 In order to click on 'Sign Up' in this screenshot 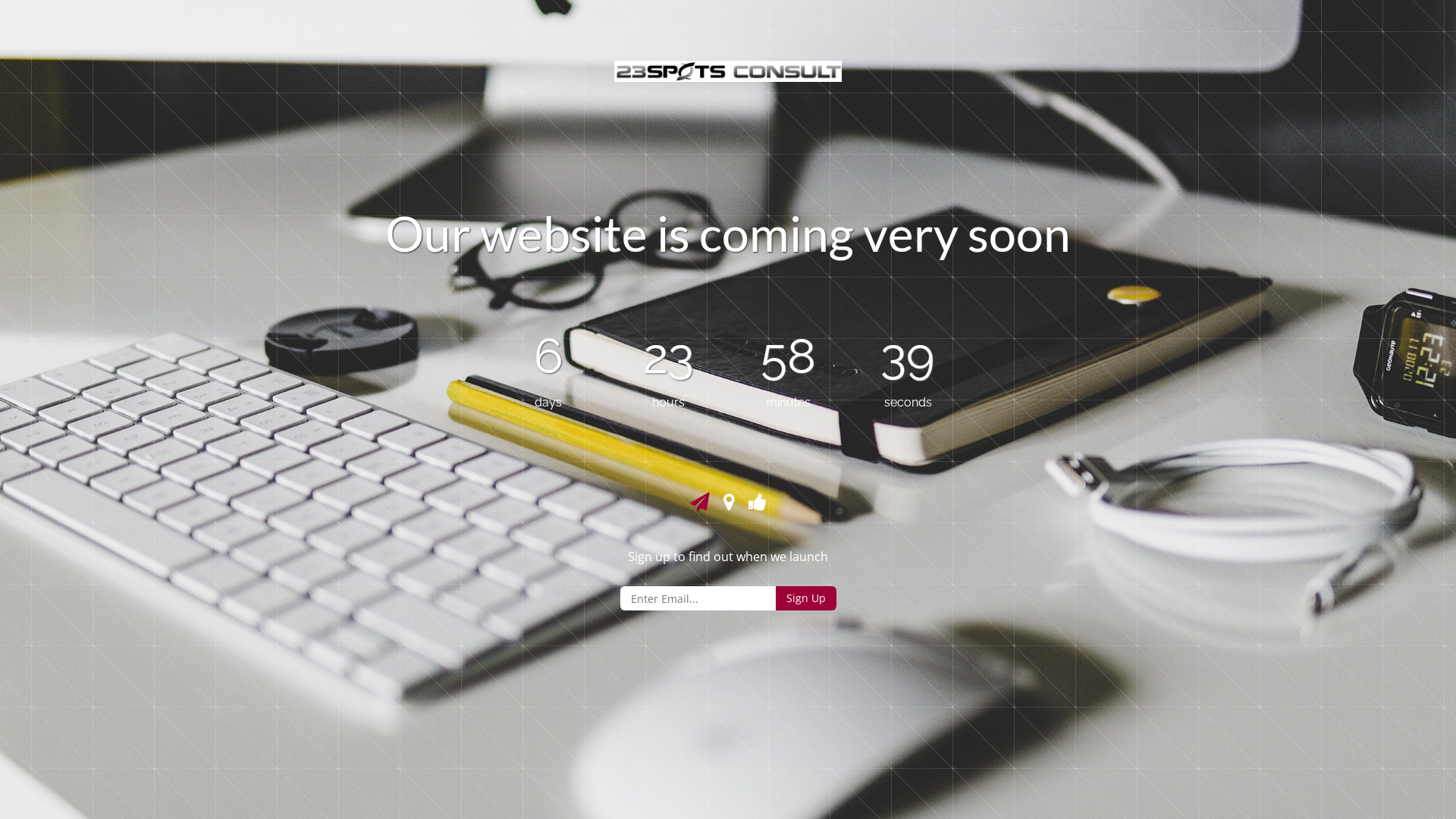, I will do `click(804, 598)`.